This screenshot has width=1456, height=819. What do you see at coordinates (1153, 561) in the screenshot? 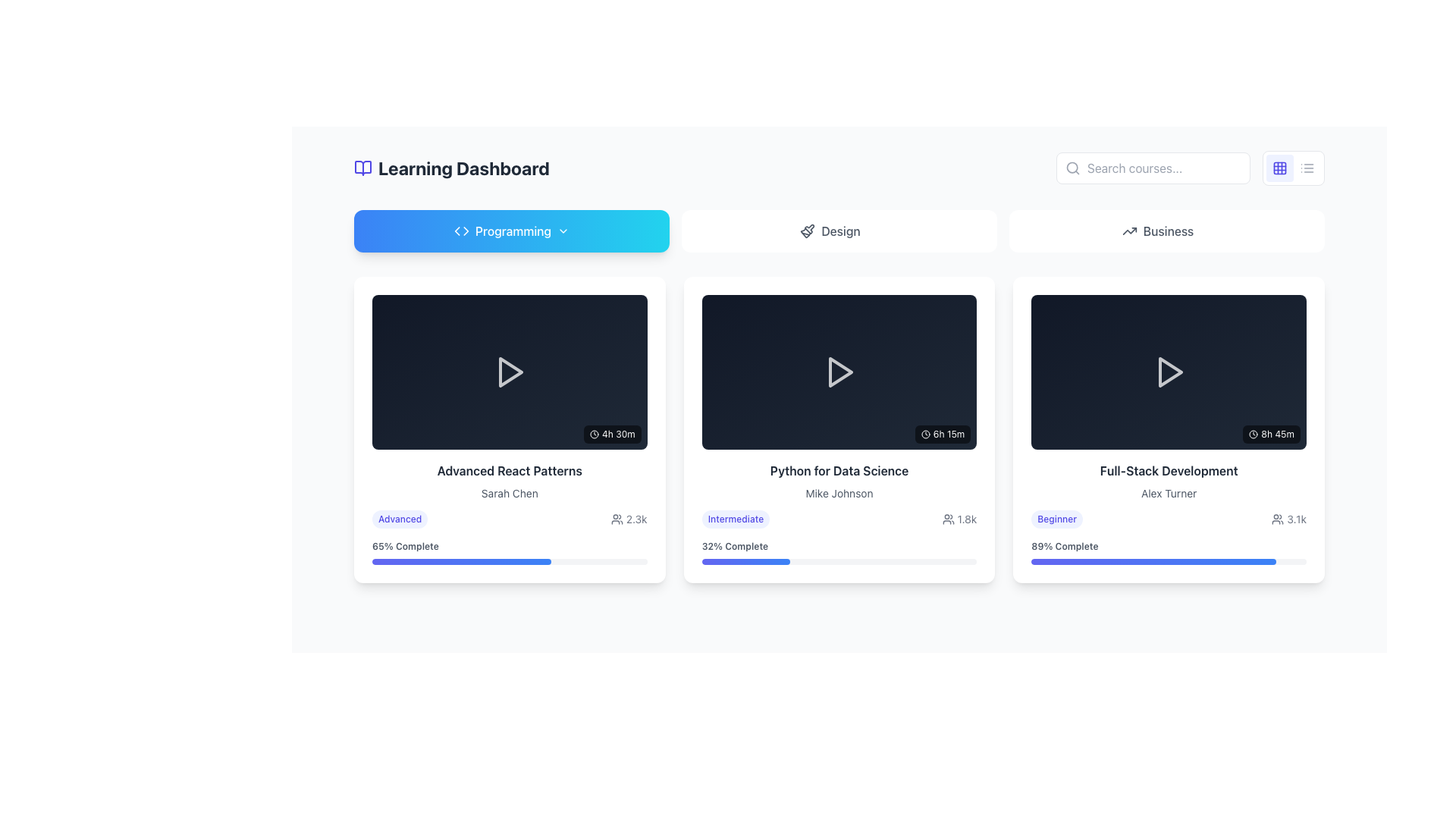
I see `the progress displayed by the progress bar indicating 89% completion of the 'Full-Stack Development' course located in the third course card` at bounding box center [1153, 561].